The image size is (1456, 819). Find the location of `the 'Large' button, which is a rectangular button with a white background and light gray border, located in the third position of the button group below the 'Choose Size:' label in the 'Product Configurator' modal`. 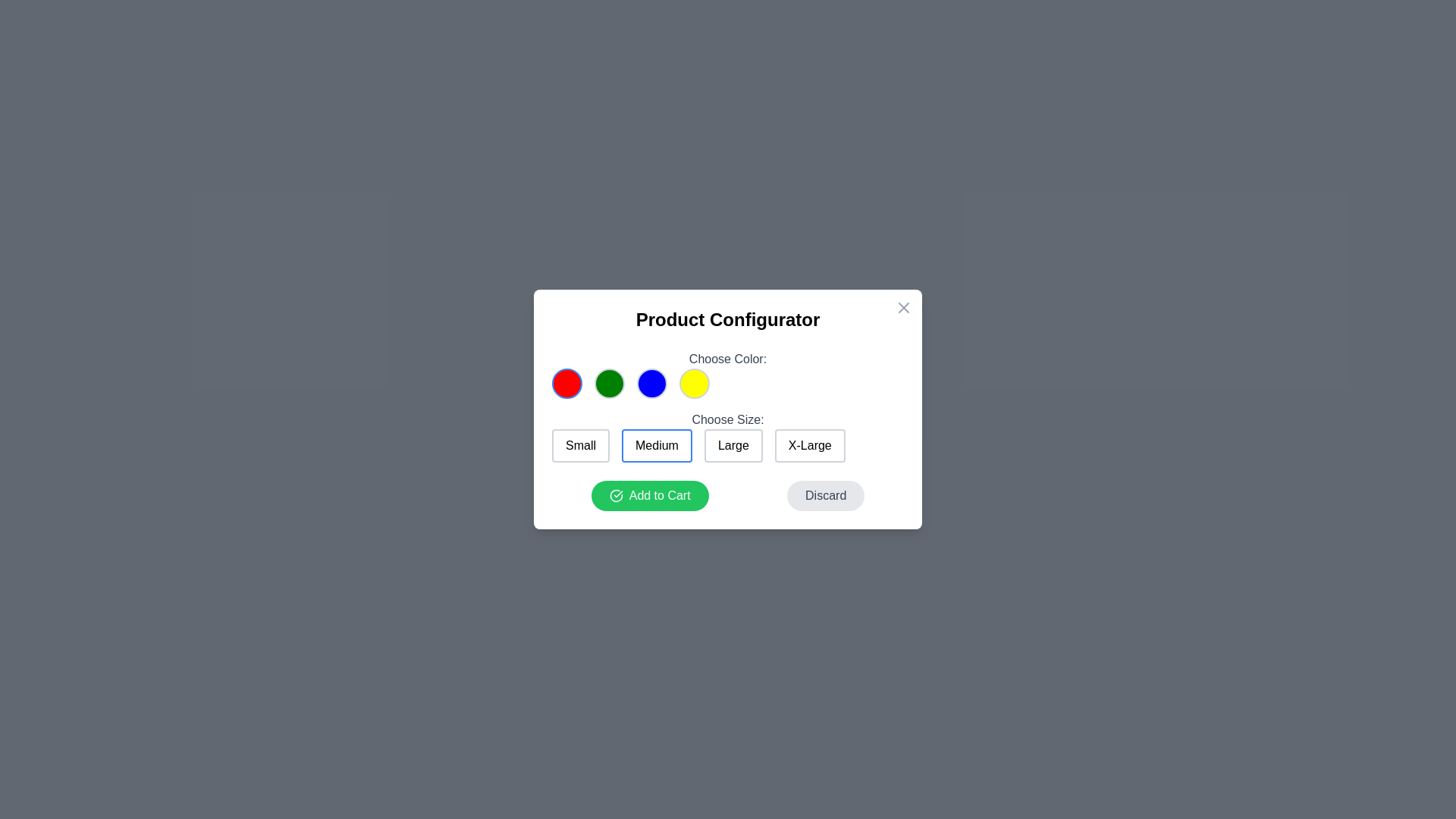

the 'Large' button, which is a rectangular button with a white background and light gray border, located in the third position of the button group below the 'Choose Size:' label in the 'Product Configurator' modal is located at coordinates (733, 444).